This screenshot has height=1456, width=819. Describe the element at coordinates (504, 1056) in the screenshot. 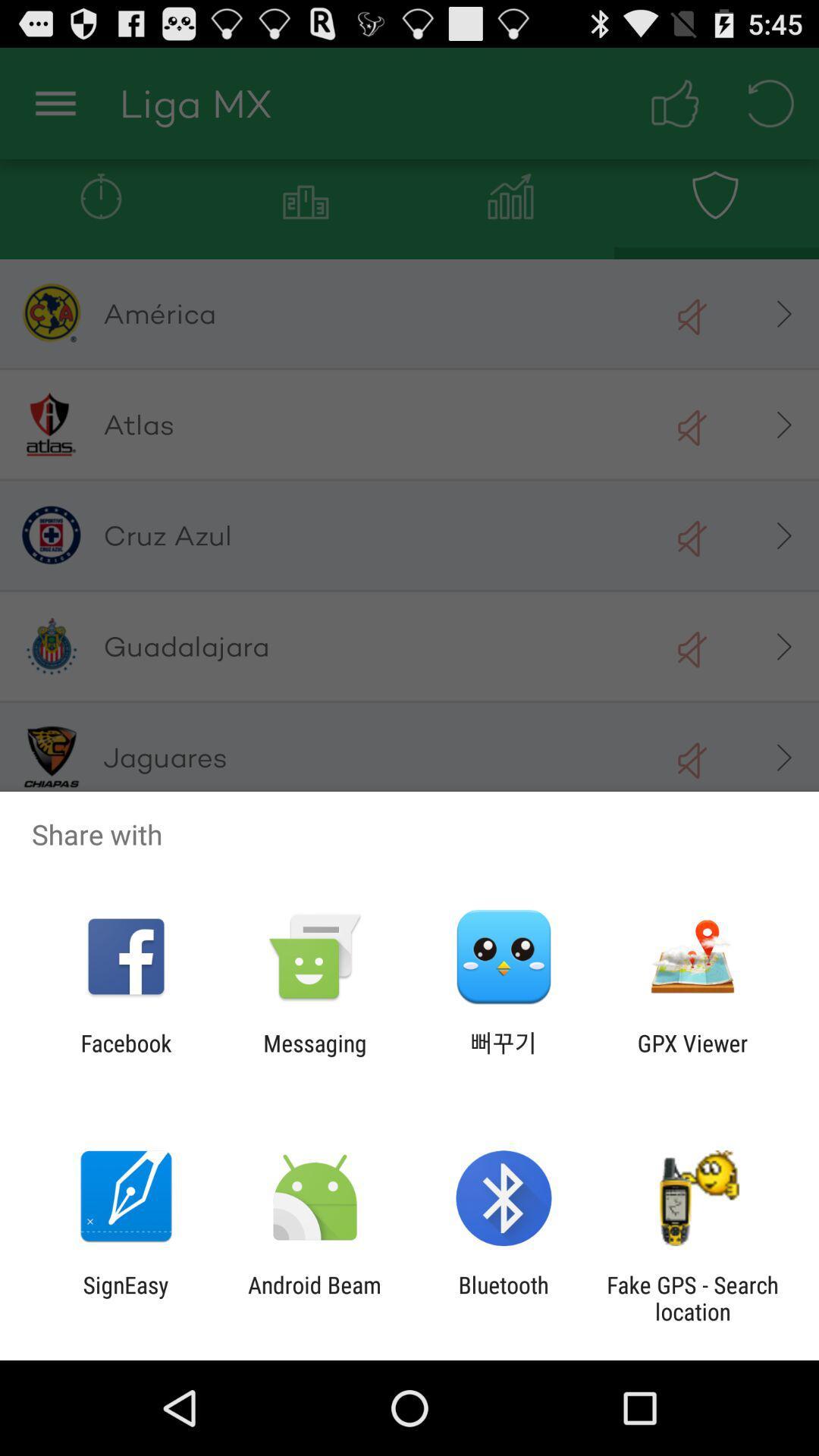

I see `app to the left of gpx viewer app` at that location.